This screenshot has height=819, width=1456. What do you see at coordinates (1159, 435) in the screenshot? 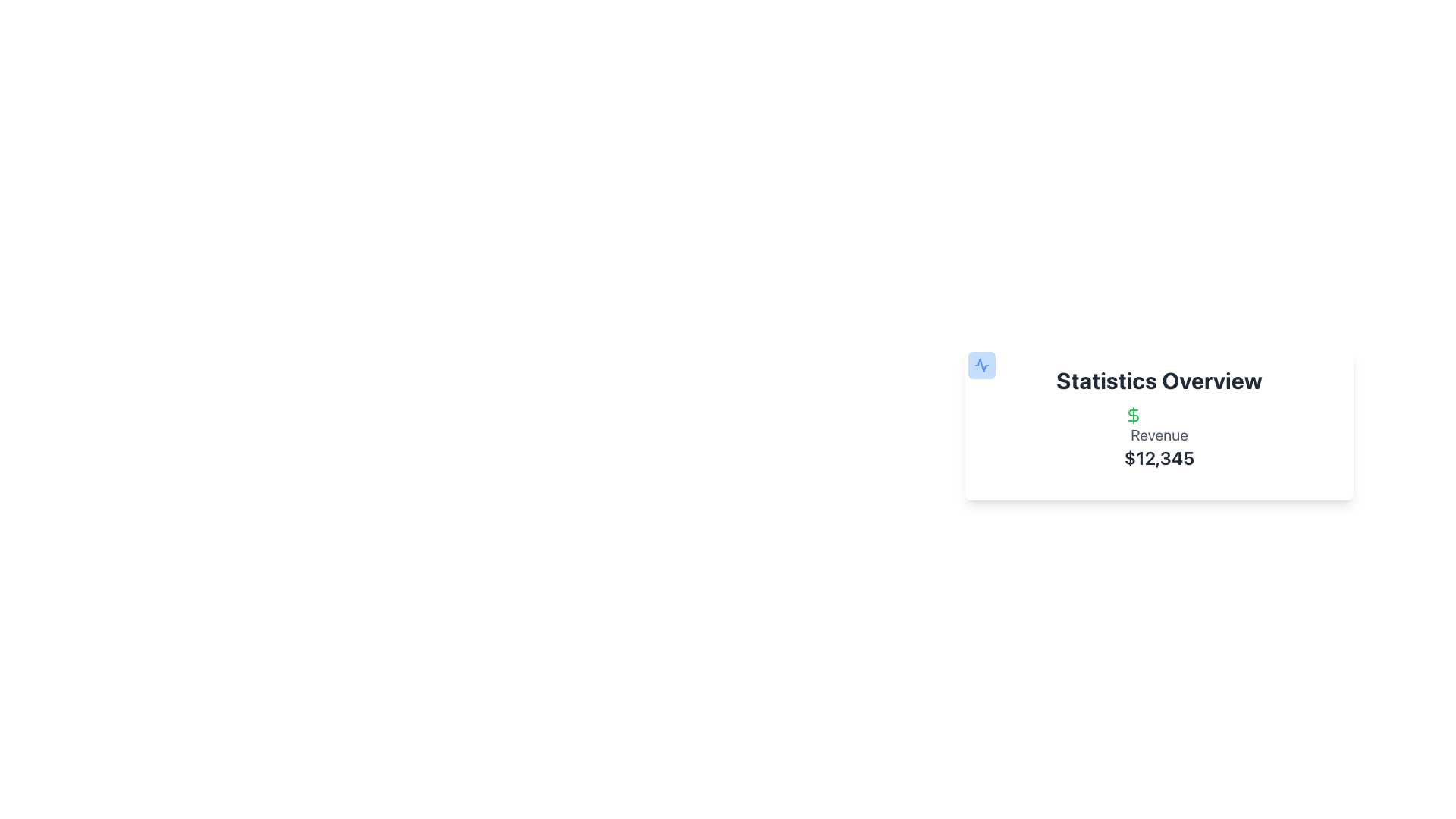
I see `the Text Label that provides context for the numeric revenue value displayed beneath it, positioned below a green dollar sign icon and above the numeric text "$12,345"` at bounding box center [1159, 435].